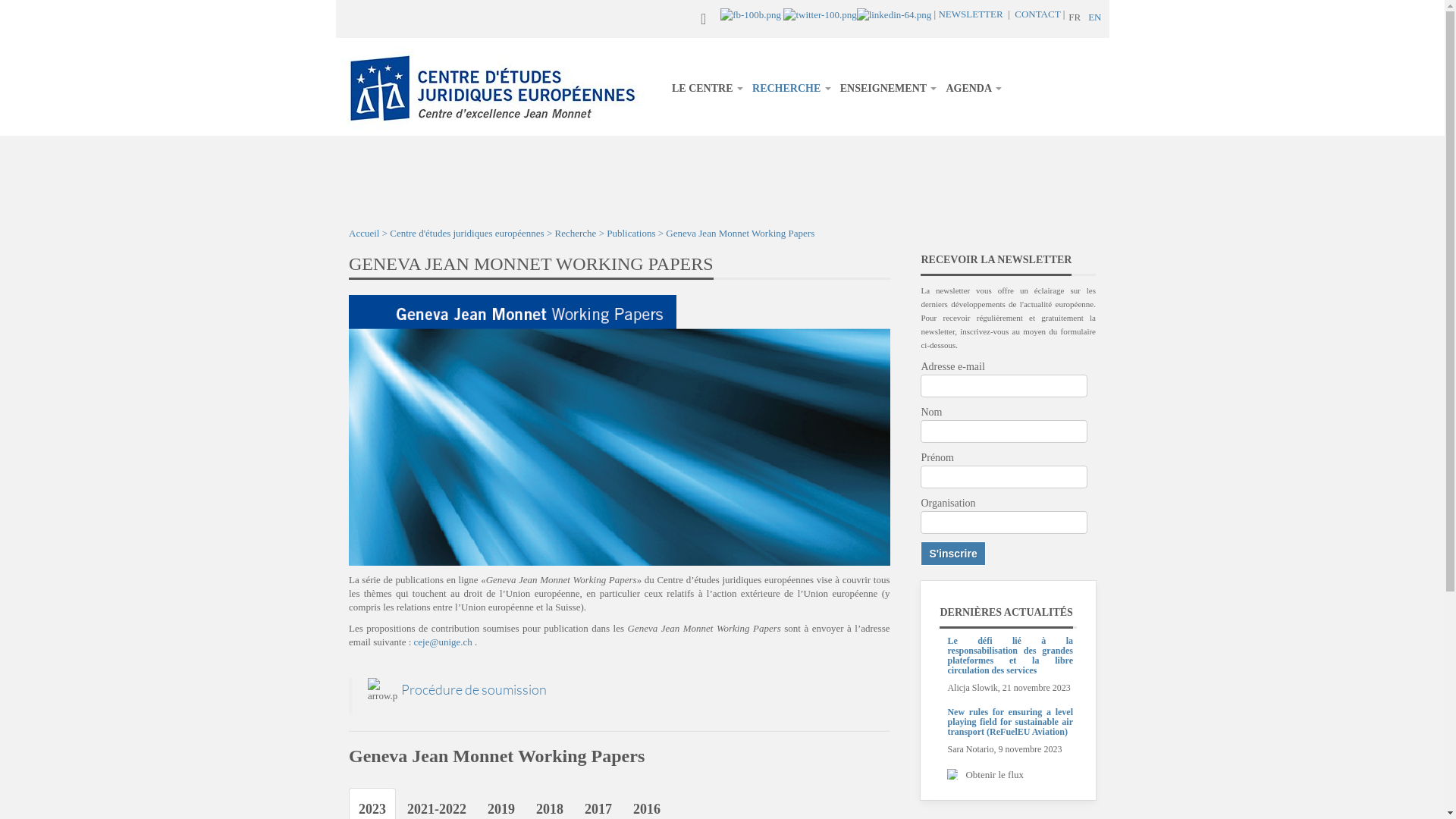 The width and height of the screenshot is (1456, 819). What do you see at coordinates (894, 14) in the screenshot?
I see `'Linkedin'` at bounding box center [894, 14].